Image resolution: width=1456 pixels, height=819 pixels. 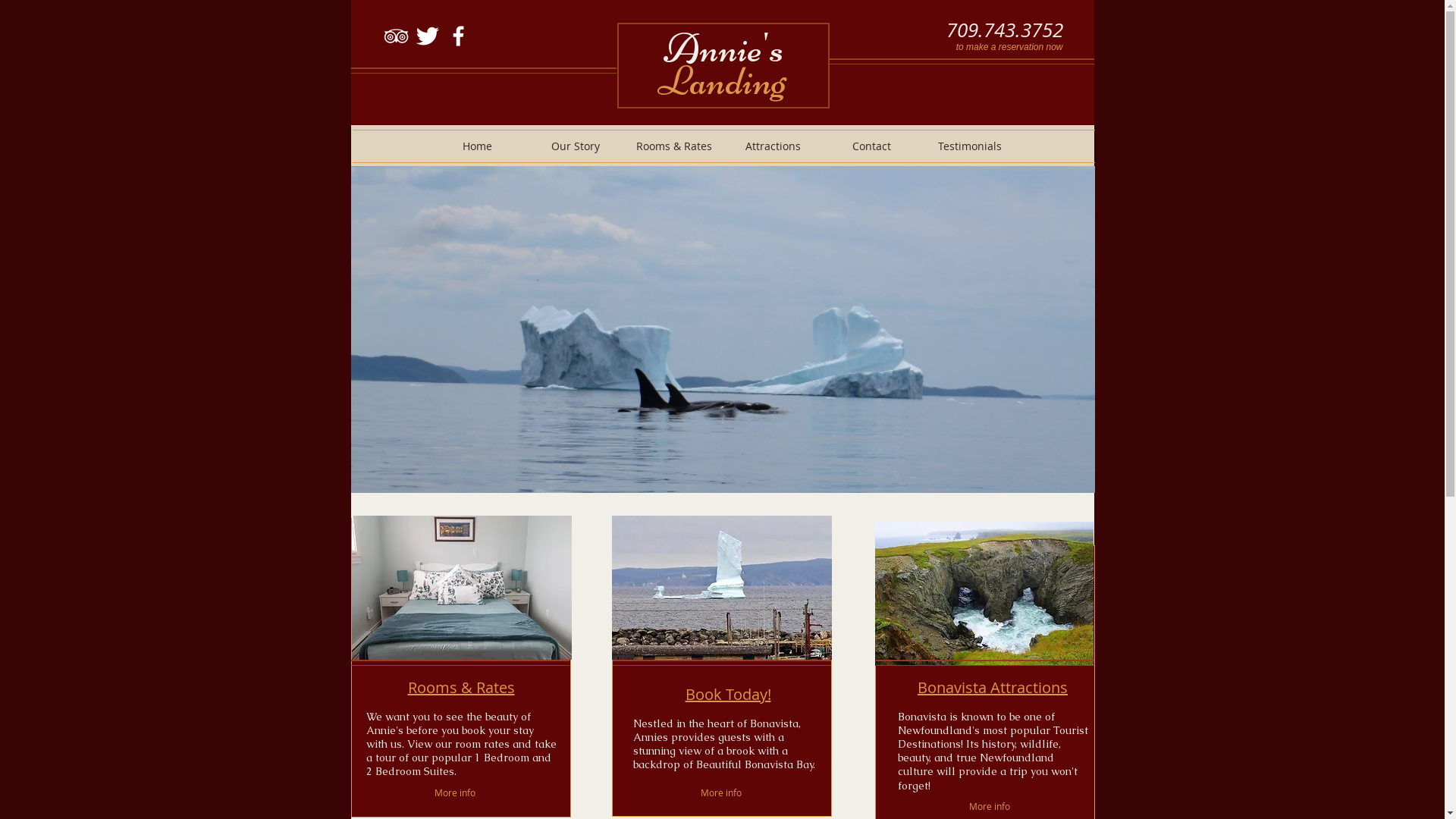 I want to click on 'Contact', so click(x=821, y=146).